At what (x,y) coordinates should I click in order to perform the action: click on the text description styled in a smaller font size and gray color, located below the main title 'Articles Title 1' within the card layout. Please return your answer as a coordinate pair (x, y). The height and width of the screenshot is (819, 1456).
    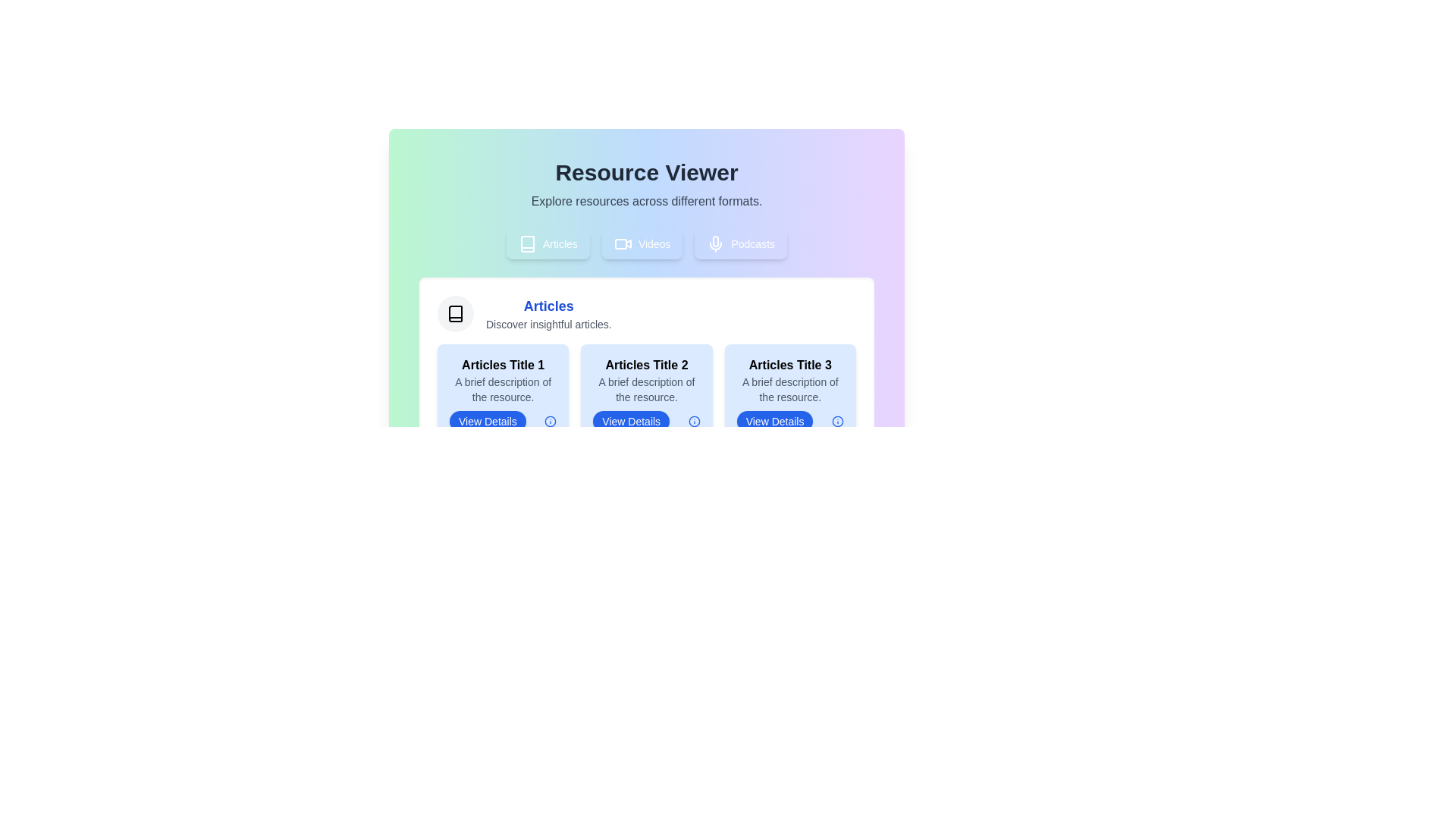
    Looking at the image, I should click on (503, 388).